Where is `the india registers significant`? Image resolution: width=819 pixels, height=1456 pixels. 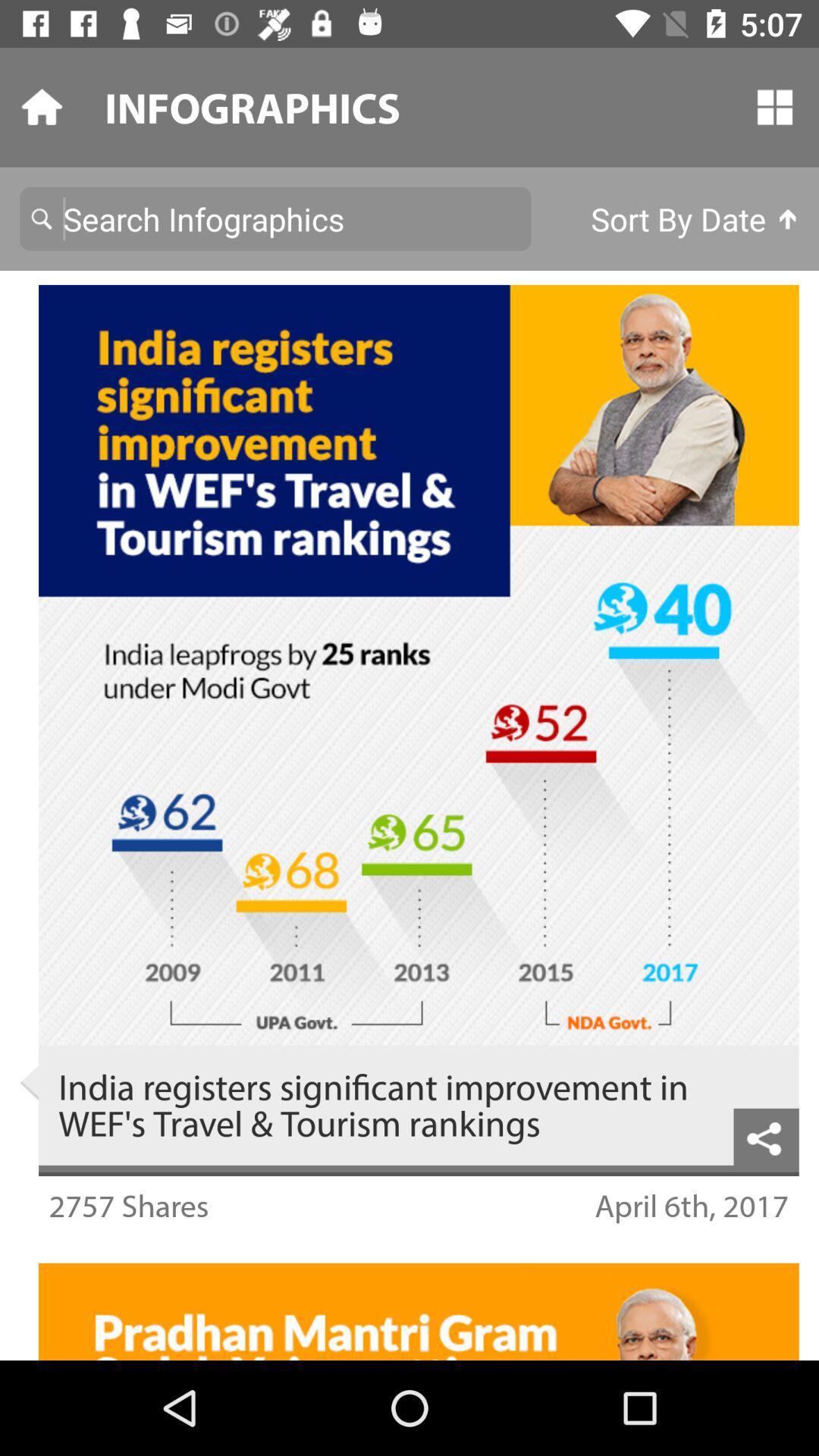 the india registers significant is located at coordinates (385, 1105).